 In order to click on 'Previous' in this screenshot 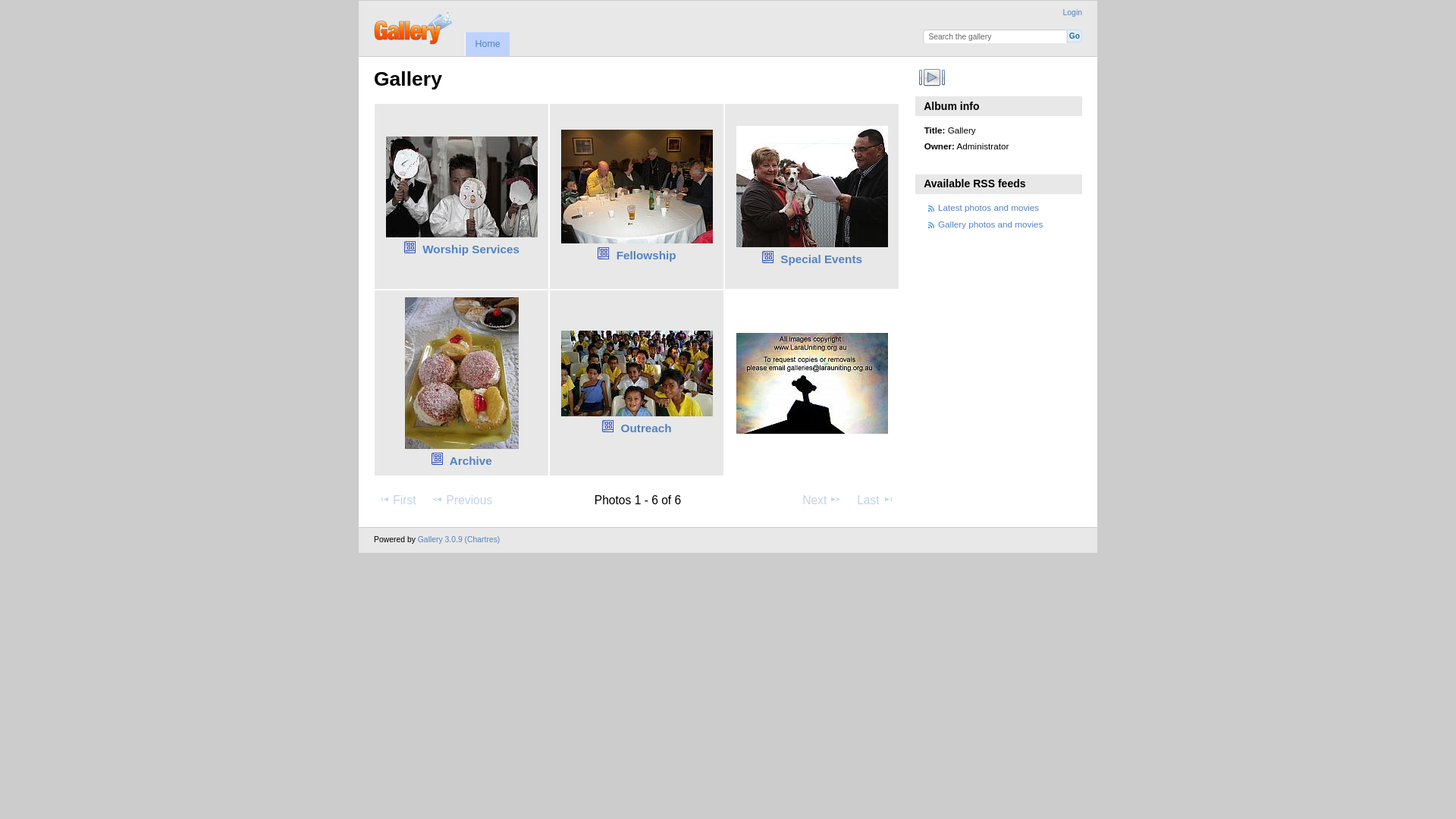, I will do `click(425, 500)`.